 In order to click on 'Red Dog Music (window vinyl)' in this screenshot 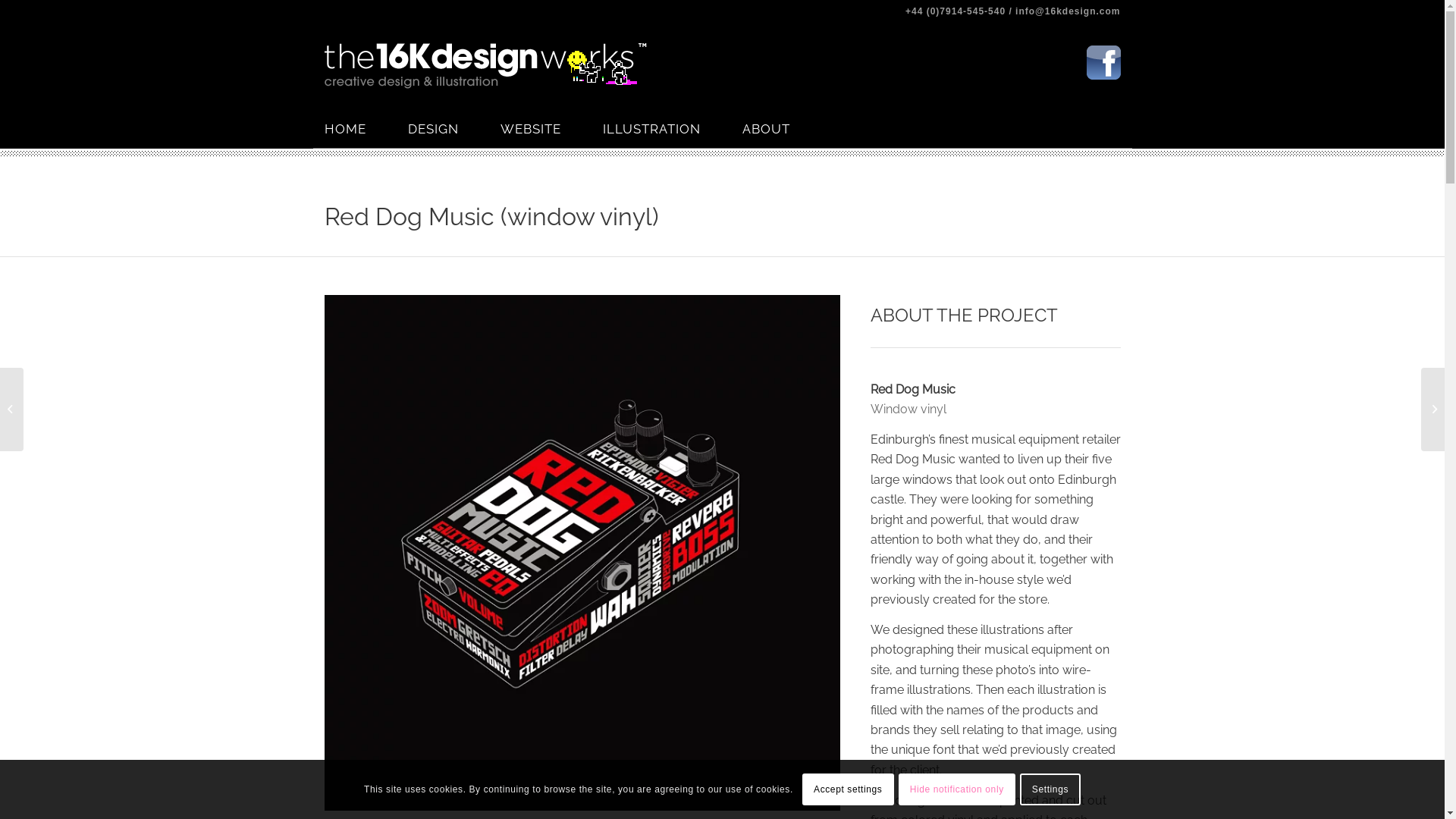, I will do `click(491, 216)`.